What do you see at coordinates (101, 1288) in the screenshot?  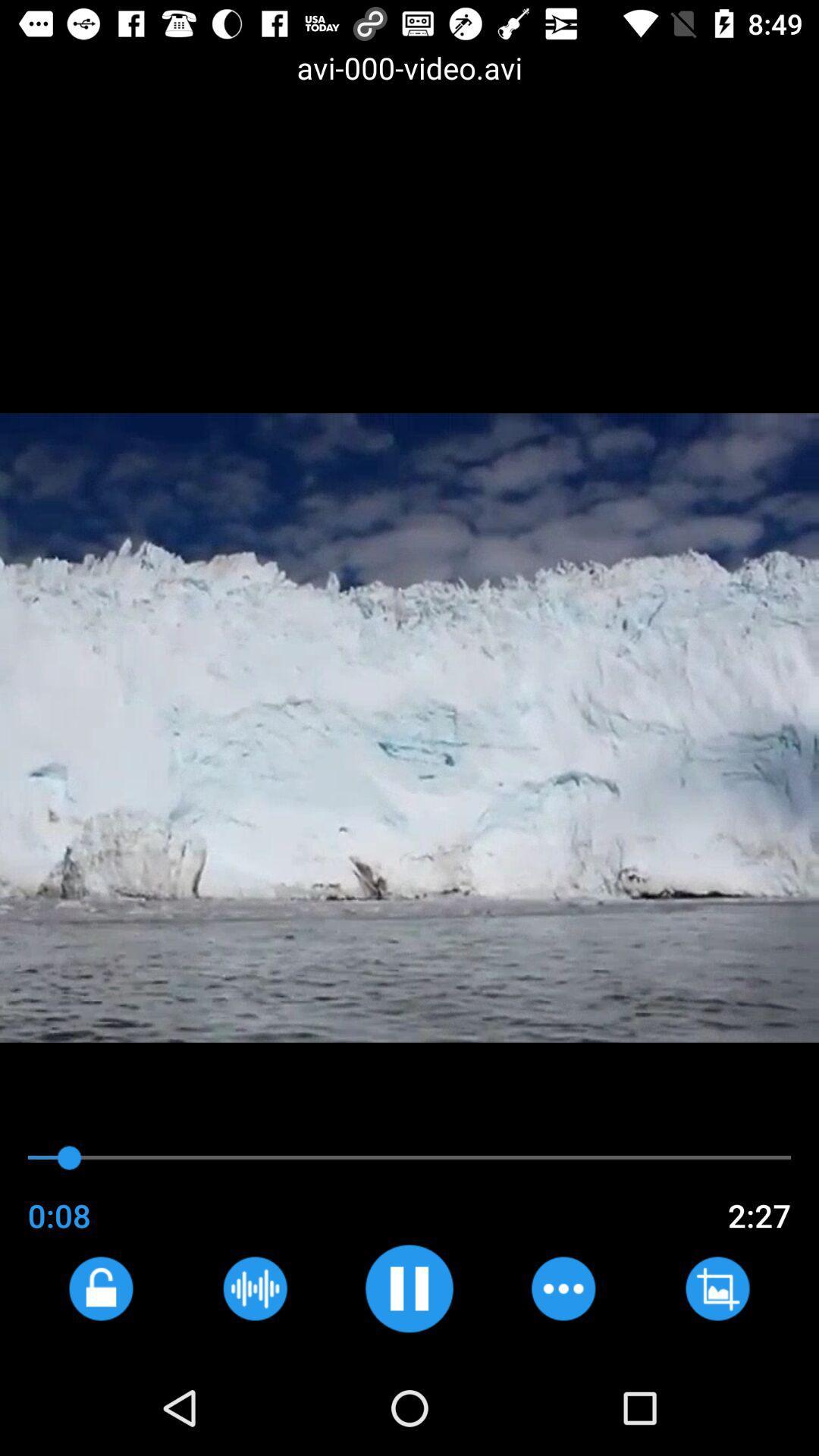 I see `the lock icon` at bounding box center [101, 1288].